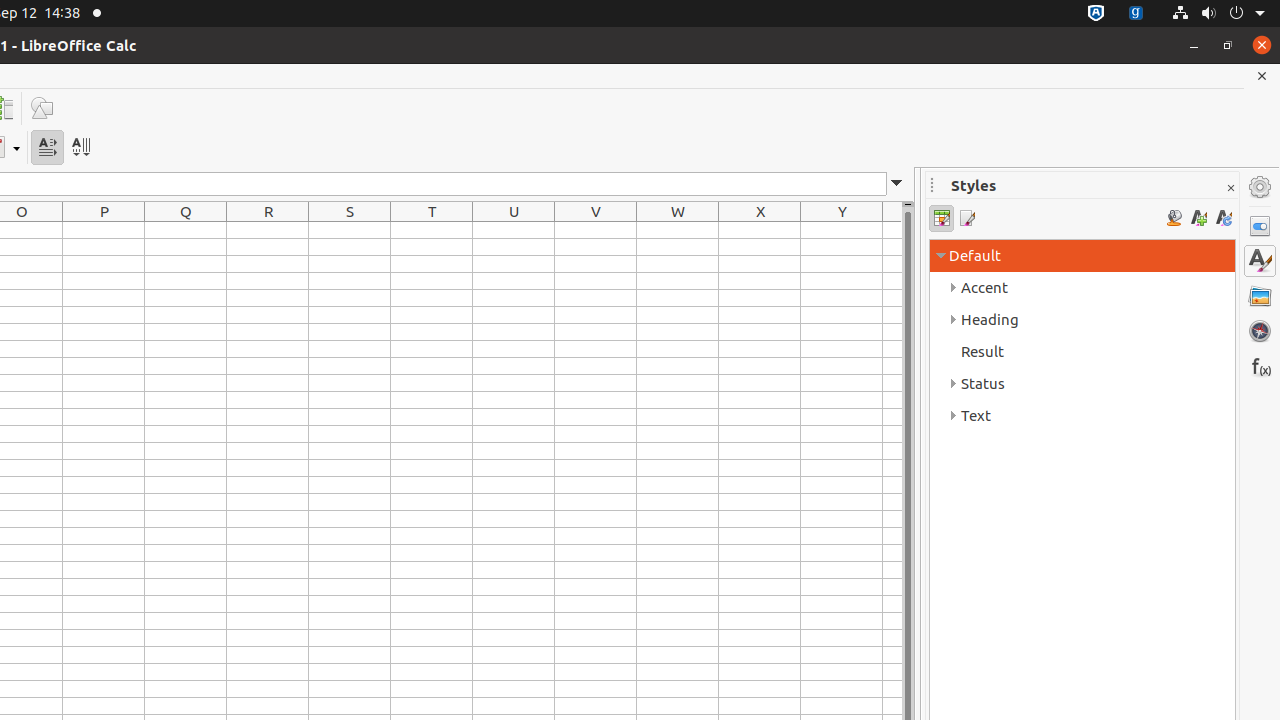 This screenshot has width=1280, height=720. What do you see at coordinates (1136, 13) in the screenshot?
I see `':1.21/StatusNotifierItem'` at bounding box center [1136, 13].